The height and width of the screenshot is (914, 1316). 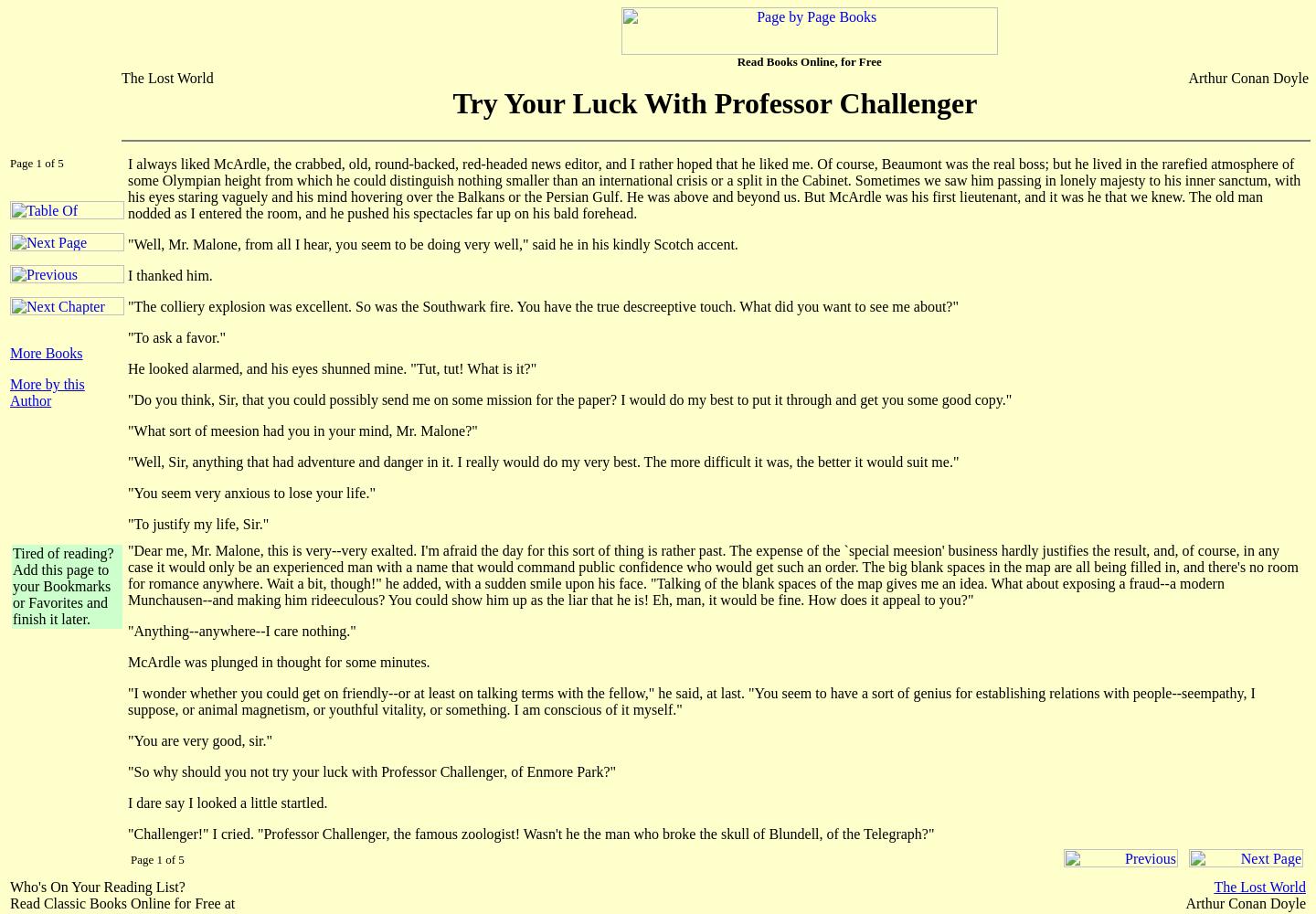 I want to click on '"I wonder whether you could get on friendly--or at least on
talking terms with the fellow," he said, at last.  "You seem to
have a sort of genius for establishing relations with
people--seempathy, I suppose, or animal magnetism, or youthful
vitality, or something.  I am conscious of it myself."', so click(x=690, y=701).